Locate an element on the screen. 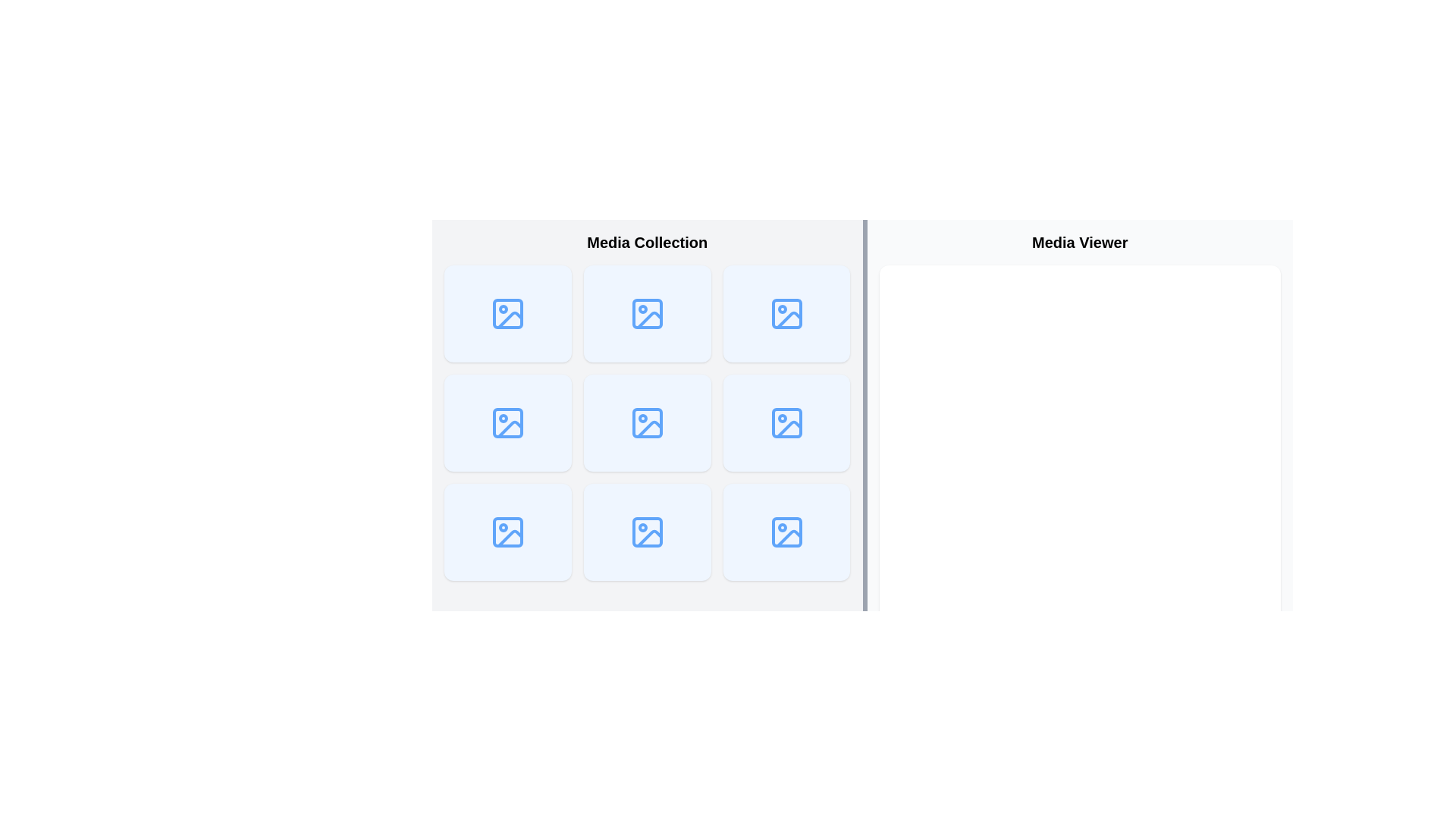 The height and width of the screenshot is (819, 1456). the graphical icon resembling an image with a mountain and sun motif, which is styled with a blue outline and located is located at coordinates (647, 423).